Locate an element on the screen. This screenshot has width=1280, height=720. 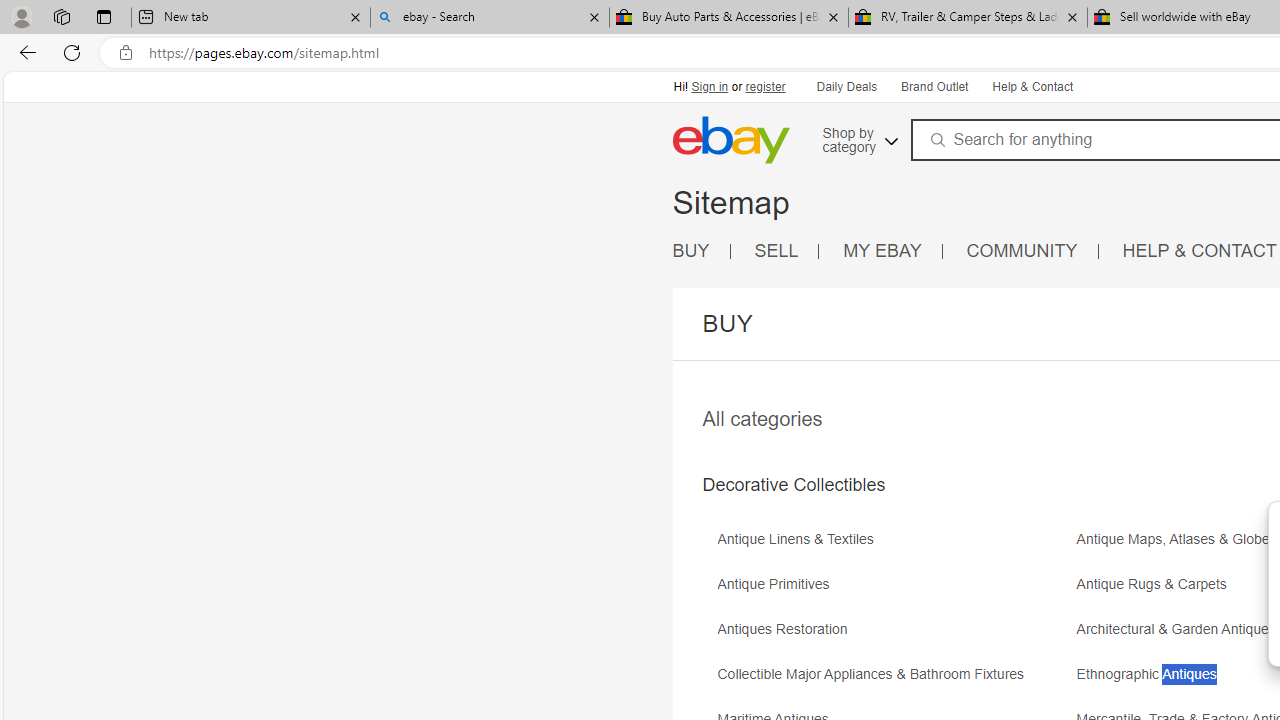
'Daily Deals' is located at coordinates (846, 85).